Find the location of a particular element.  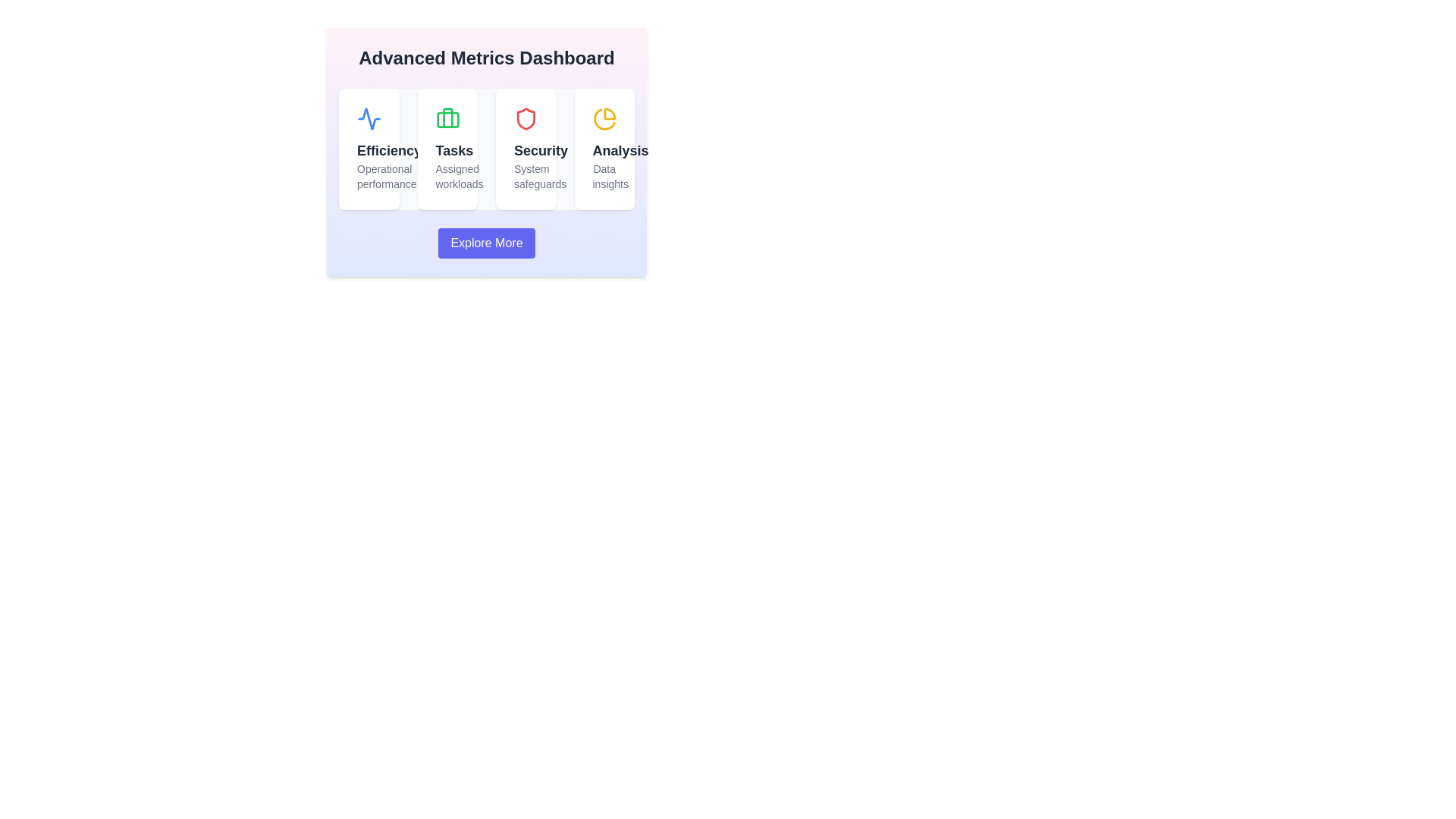

the blue waveform-style icon representing efficiency located in the upper part of the first card in a row of four cards on the 'Advanced Metrics Dashboard' is located at coordinates (369, 118).